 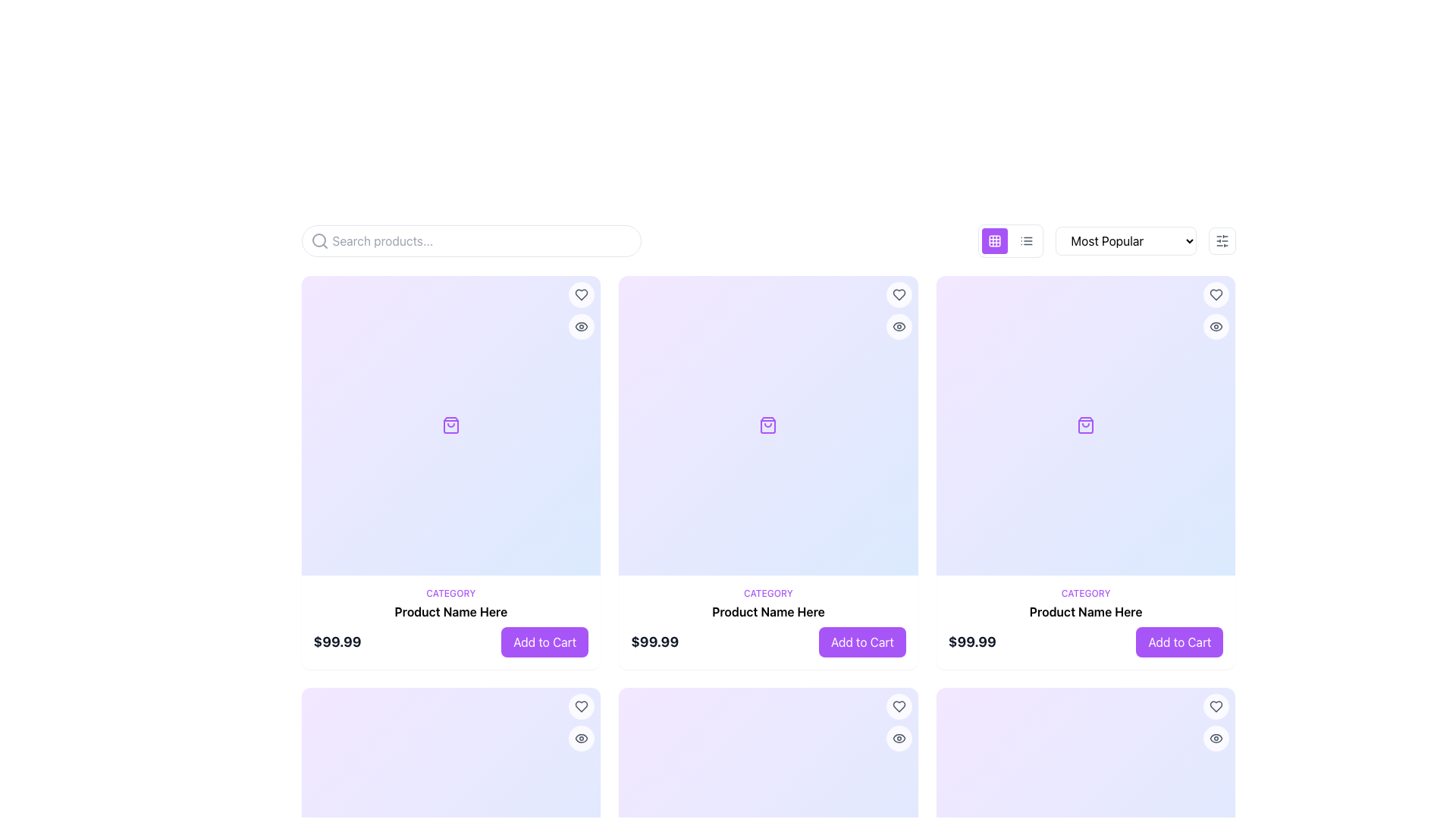 What do you see at coordinates (1216, 706) in the screenshot?
I see `the heart icon in the top right corner of the product card` at bounding box center [1216, 706].